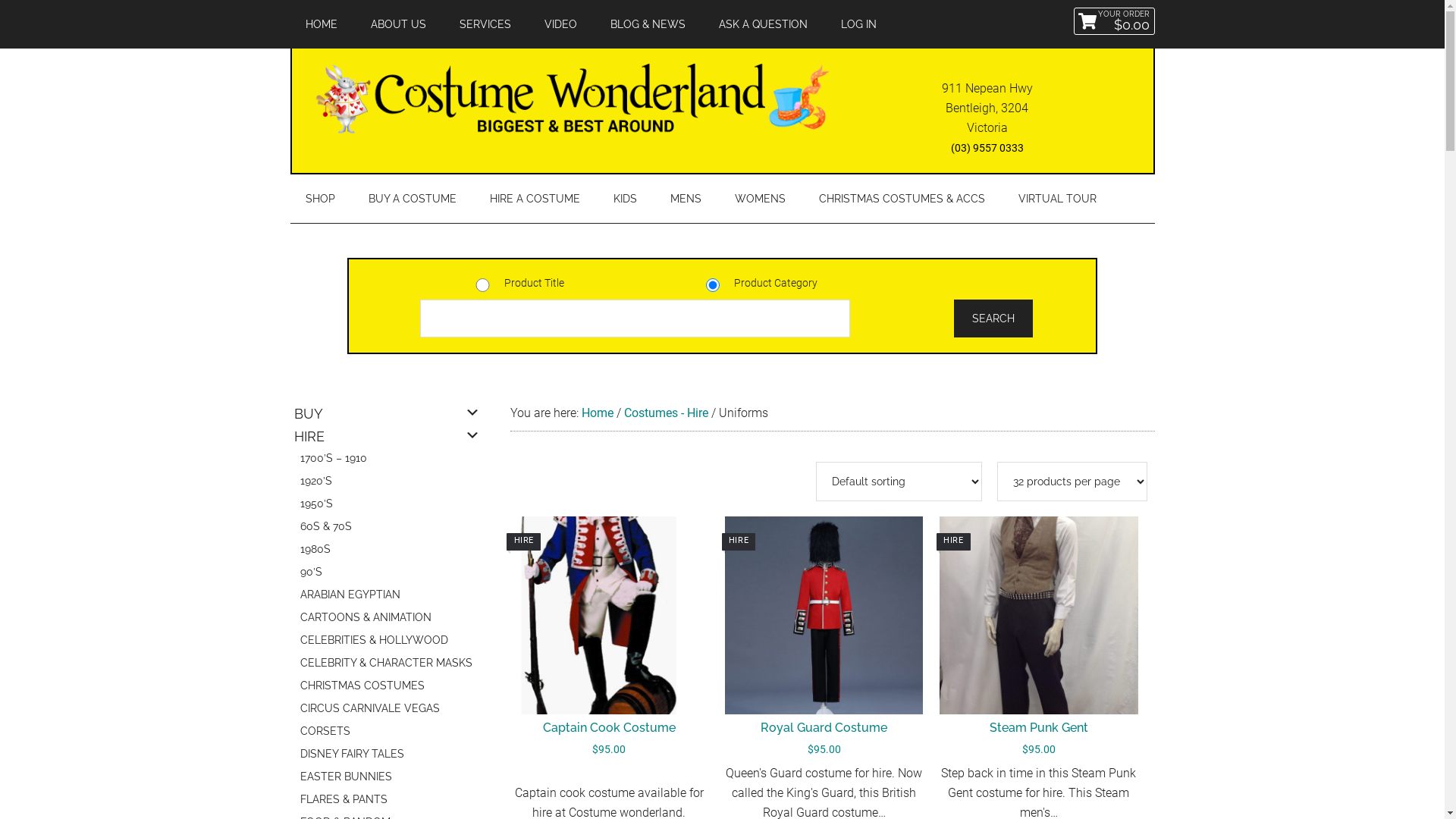 Image resolution: width=1456 pixels, height=819 pixels. Describe the element at coordinates (647, 24) in the screenshot. I see `'BLOG & NEWS'` at that location.